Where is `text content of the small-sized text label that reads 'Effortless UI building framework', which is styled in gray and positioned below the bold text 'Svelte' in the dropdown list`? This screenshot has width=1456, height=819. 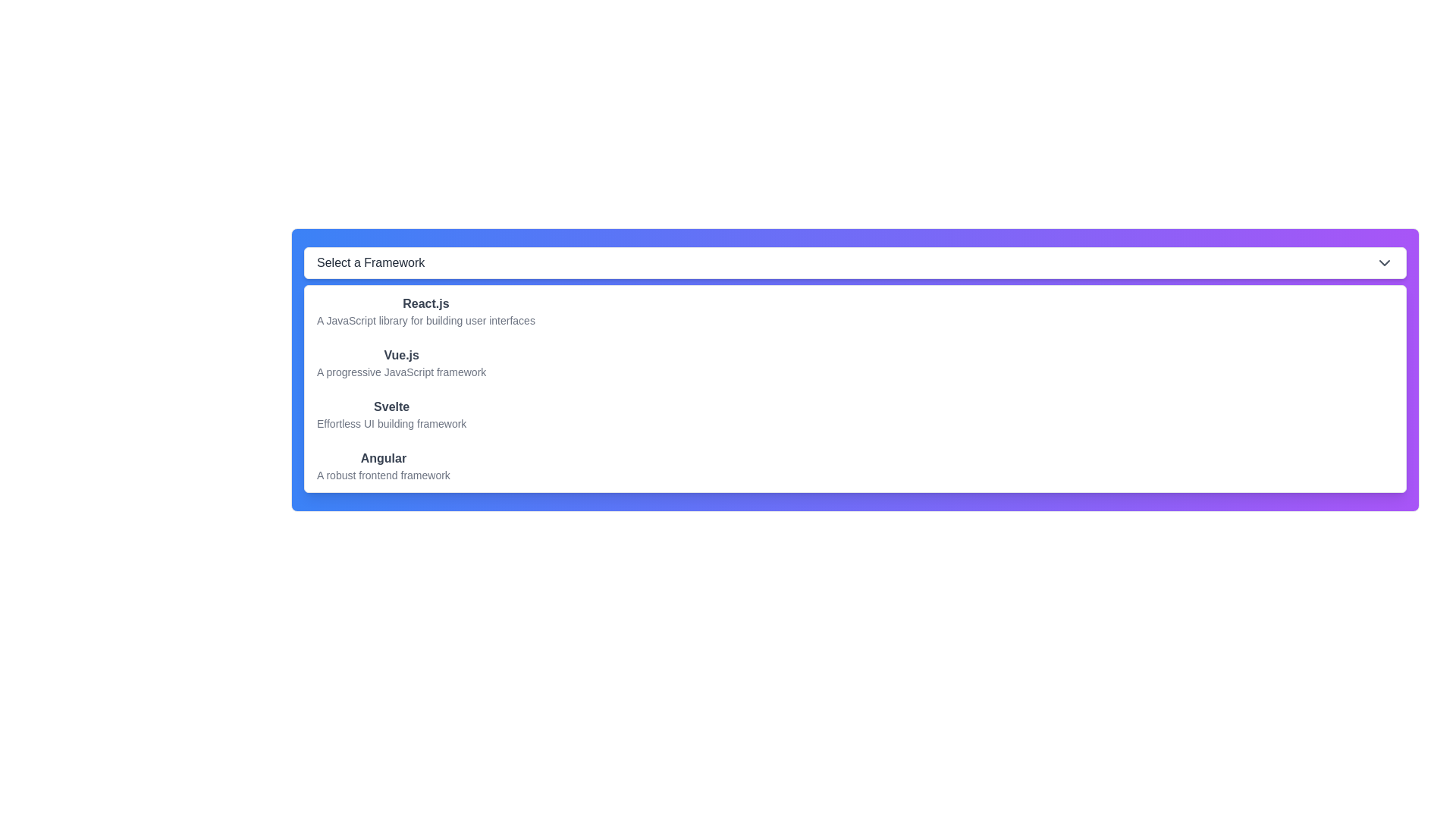 text content of the small-sized text label that reads 'Effortless UI building framework', which is styled in gray and positioned below the bold text 'Svelte' in the dropdown list is located at coordinates (391, 424).